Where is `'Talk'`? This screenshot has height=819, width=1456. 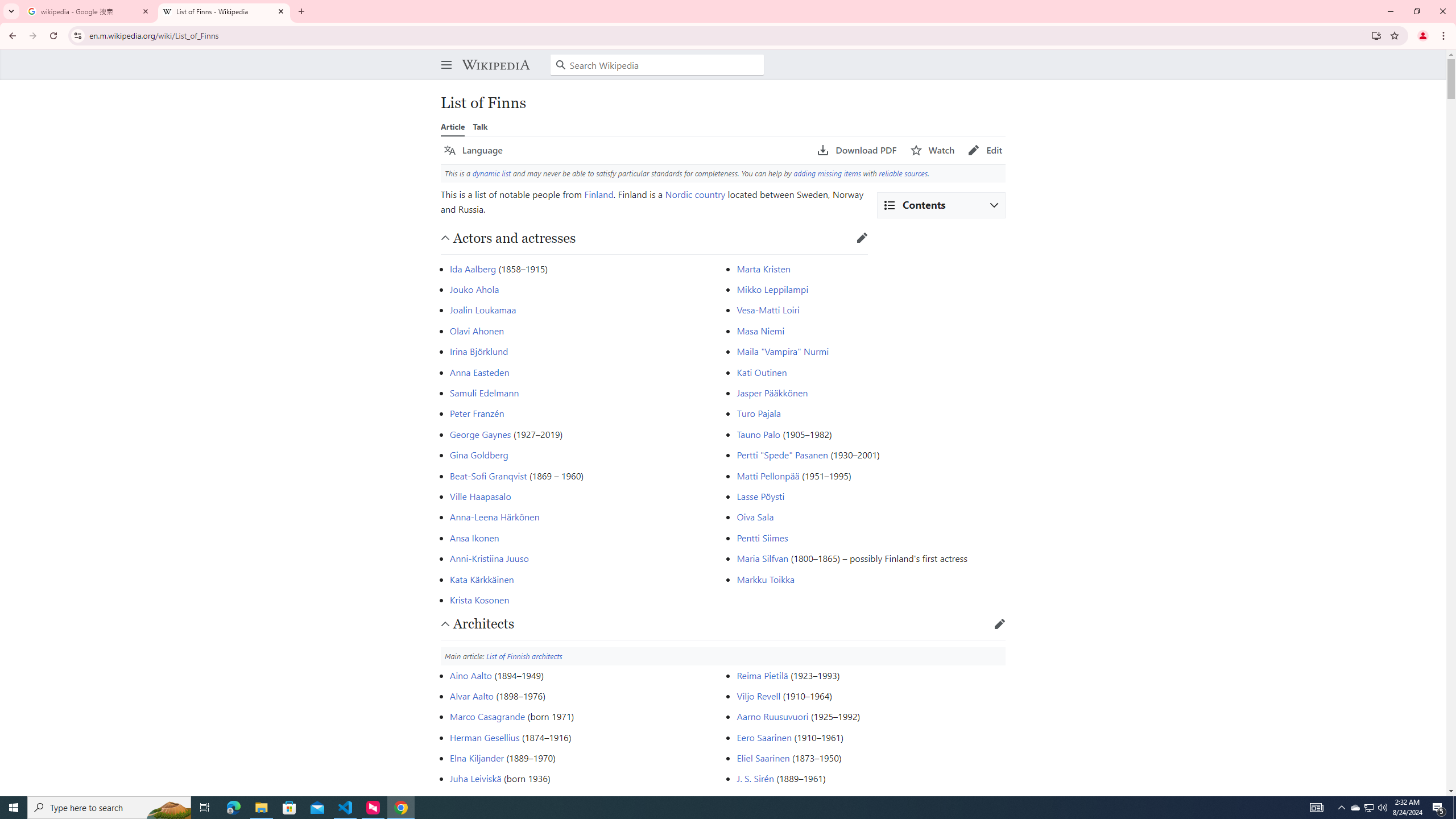 'Talk' is located at coordinates (479, 126).